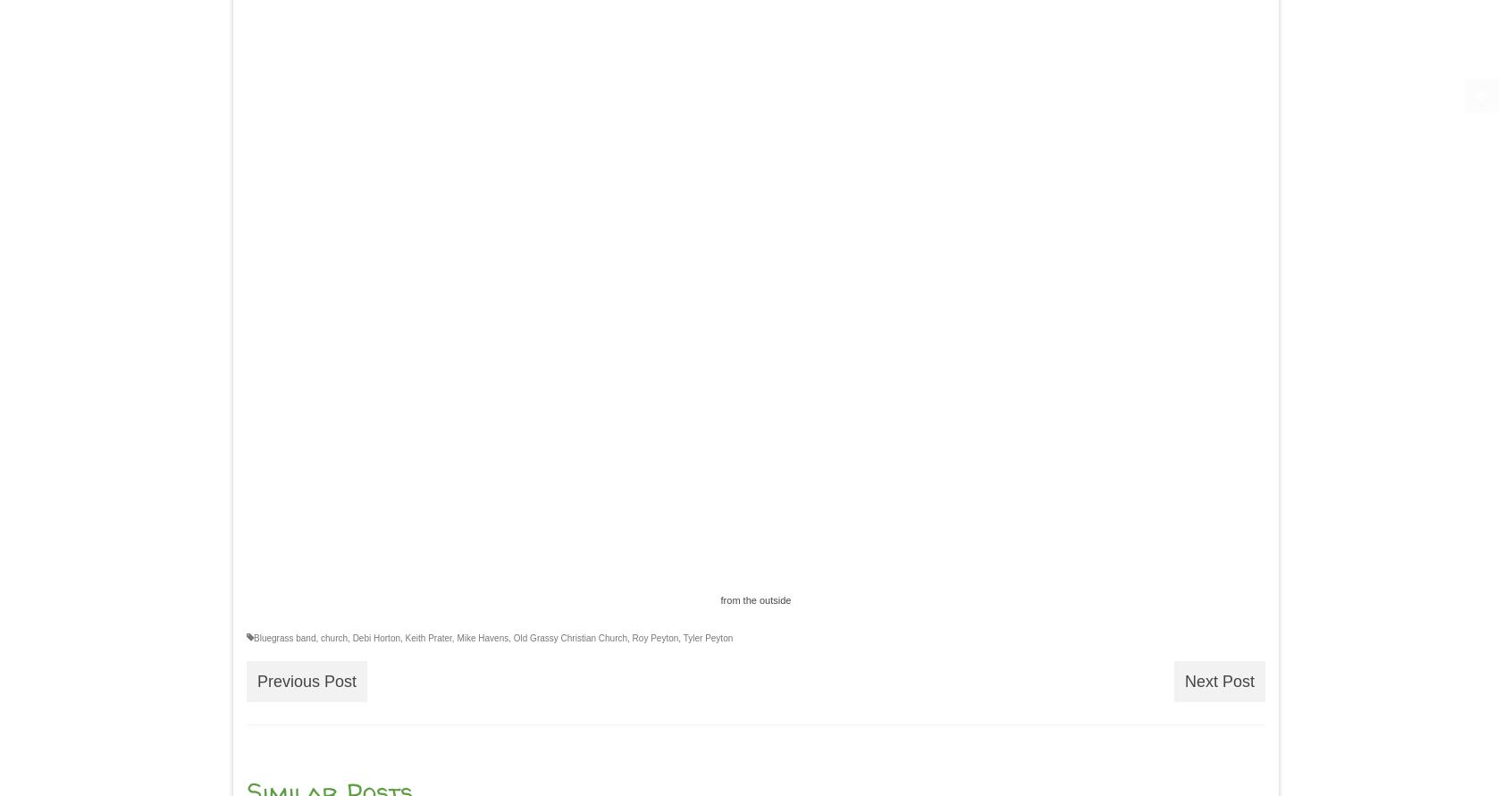 The width and height of the screenshot is (1512, 796). I want to click on 'Bluegrass band', so click(283, 637).